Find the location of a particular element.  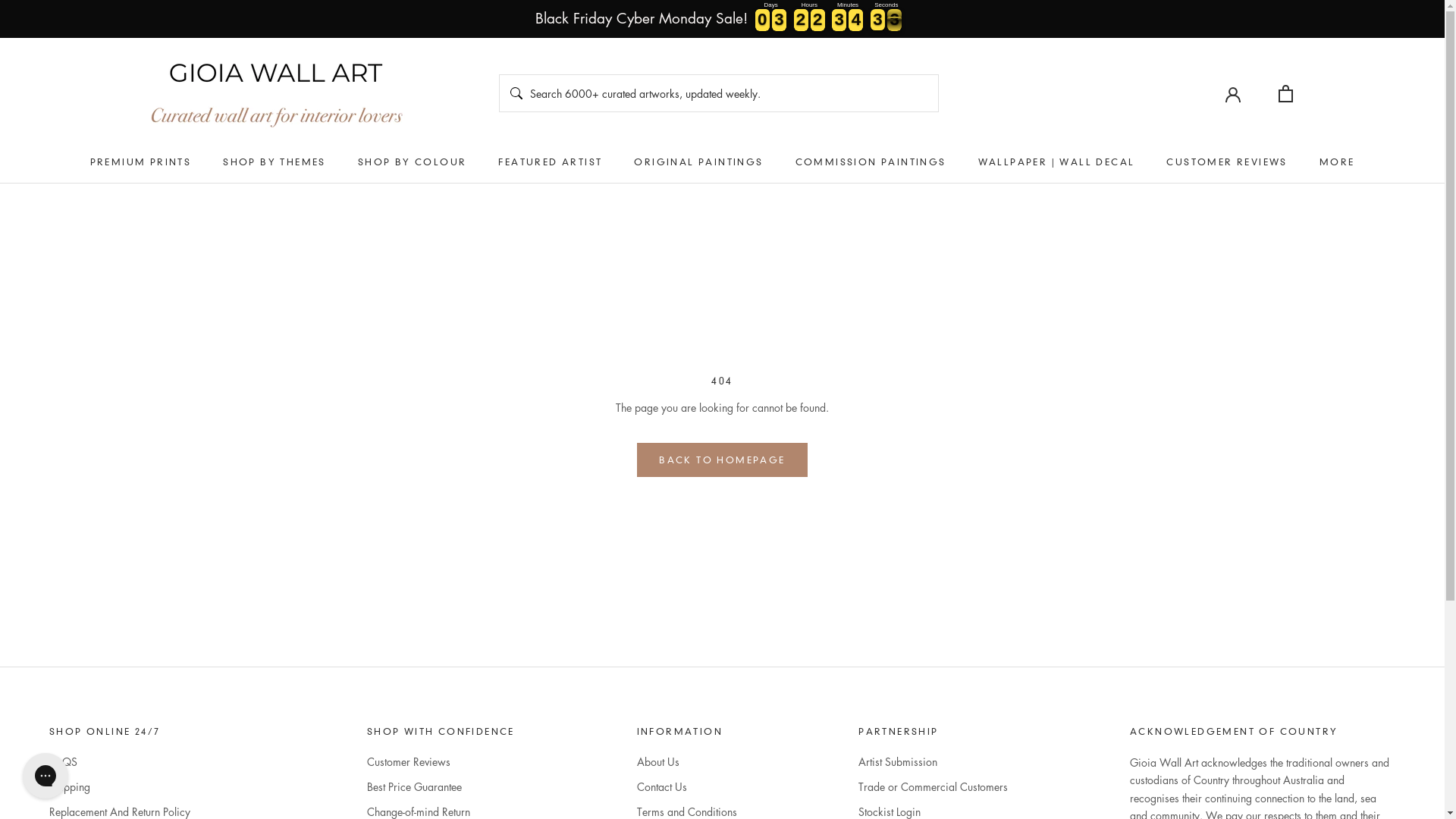

'SHOP BY COLOUR is located at coordinates (412, 162).